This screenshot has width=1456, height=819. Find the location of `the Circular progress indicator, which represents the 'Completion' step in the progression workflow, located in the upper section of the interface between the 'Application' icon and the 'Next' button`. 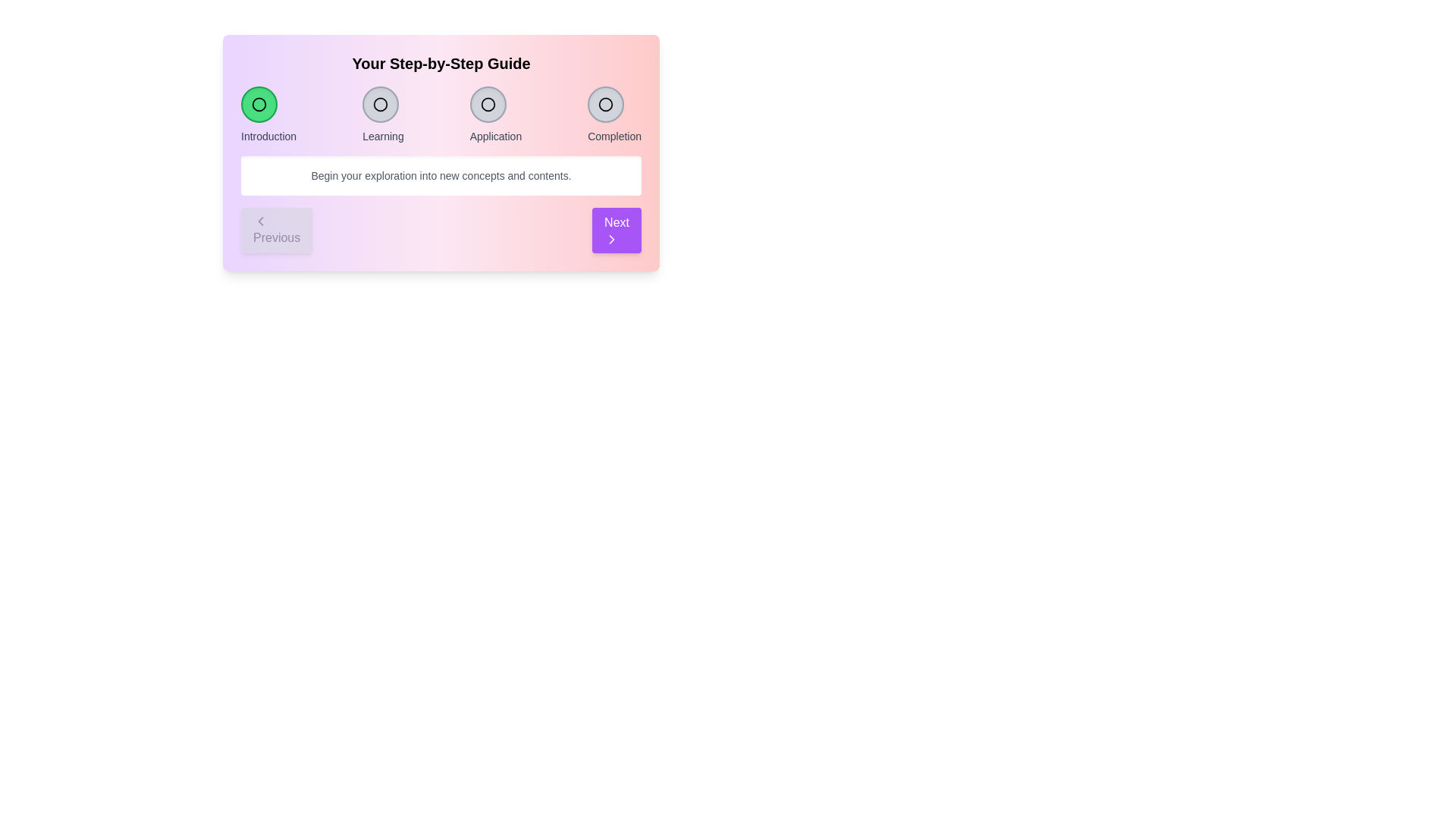

the Circular progress indicator, which represents the 'Completion' step in the progression workflow, located in the upper section of the interface between the 'Application' icon and the 'Next' button is located at coordinates (605, 104).